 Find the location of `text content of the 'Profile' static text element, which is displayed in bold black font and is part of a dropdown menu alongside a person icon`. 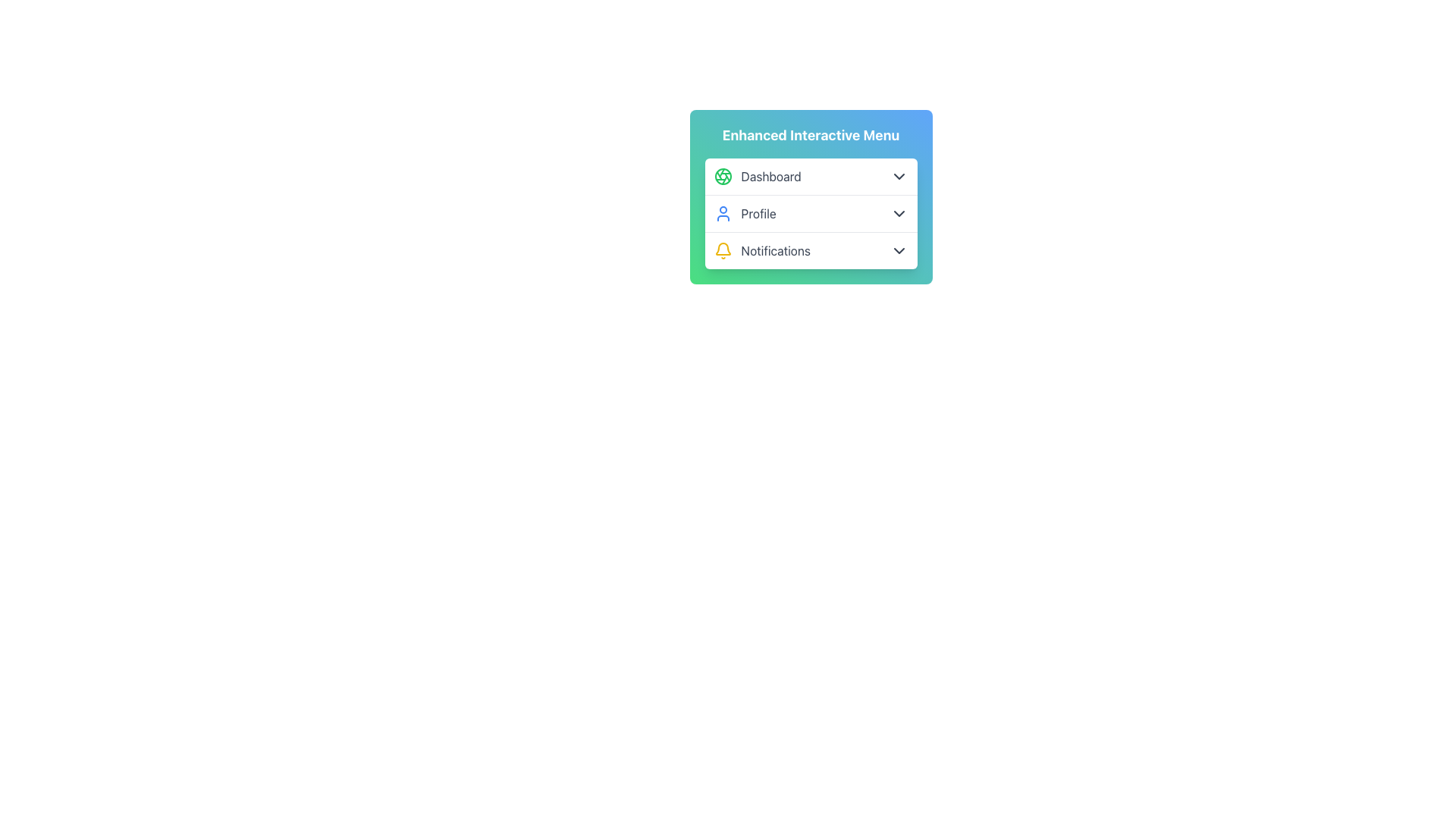

text content of the 'Profile' static text element, which is displayed in bold black font and is part of a dropdown menu alongside a person icon is located at coordinates (758, 213).